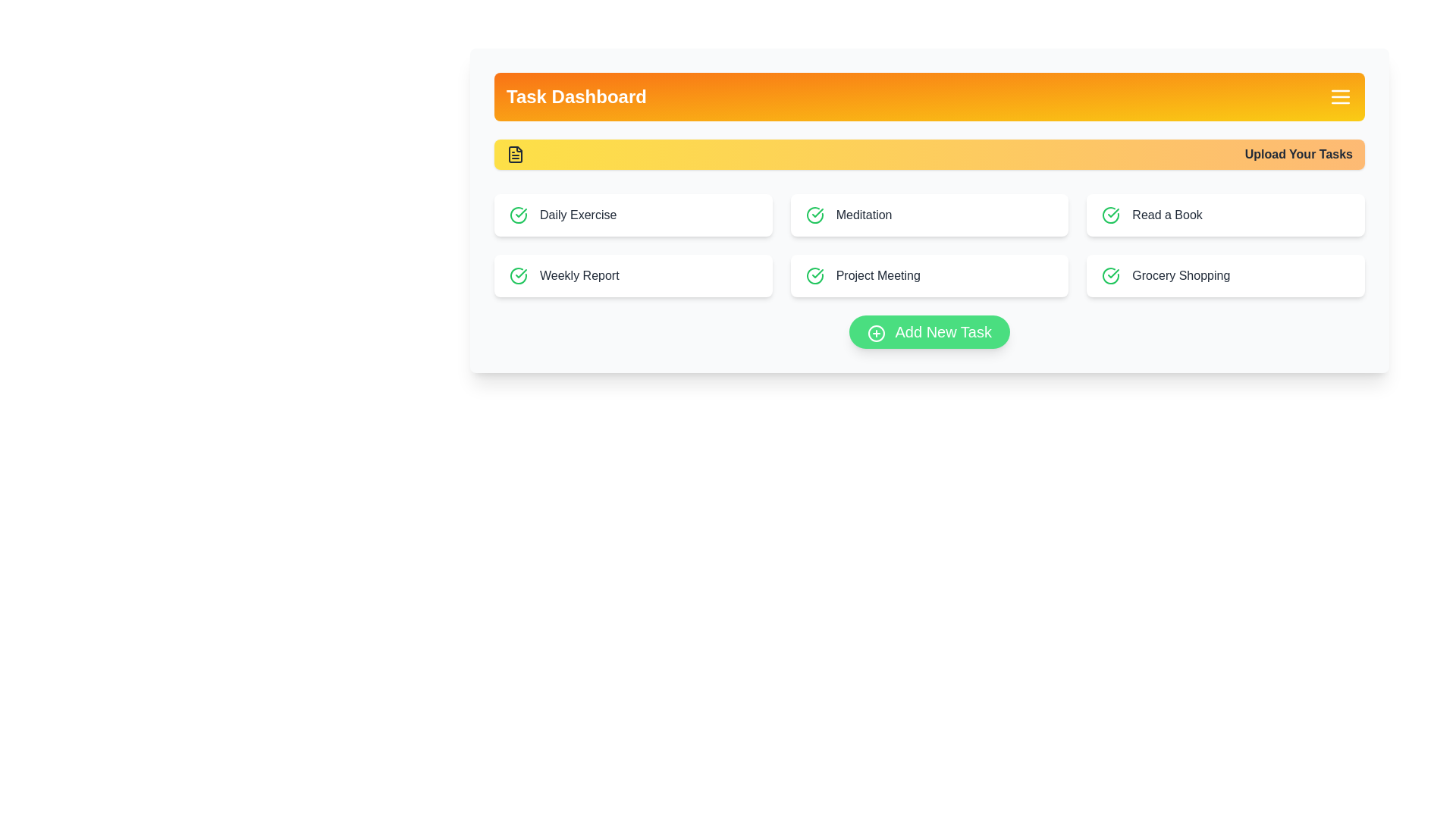  What do you see at coordinates (1226, 275) in the screenshot?
I see `the task 'Grocery Shopping' from the task list` at bounding box center [1226, 275].